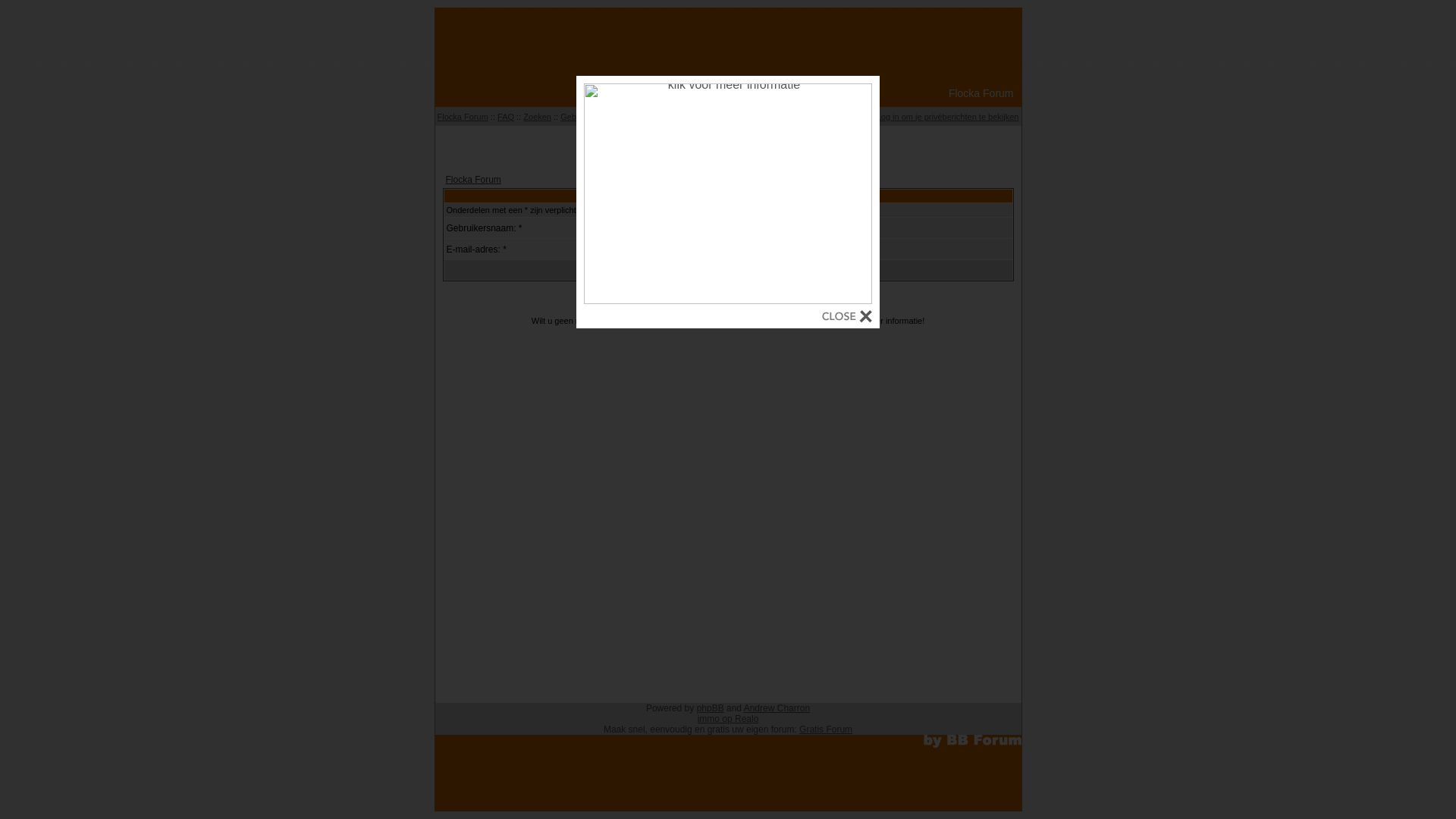  Describe the element at coordinates (537, 116) in the screenshot. I see `'Zoeken'` at that location.